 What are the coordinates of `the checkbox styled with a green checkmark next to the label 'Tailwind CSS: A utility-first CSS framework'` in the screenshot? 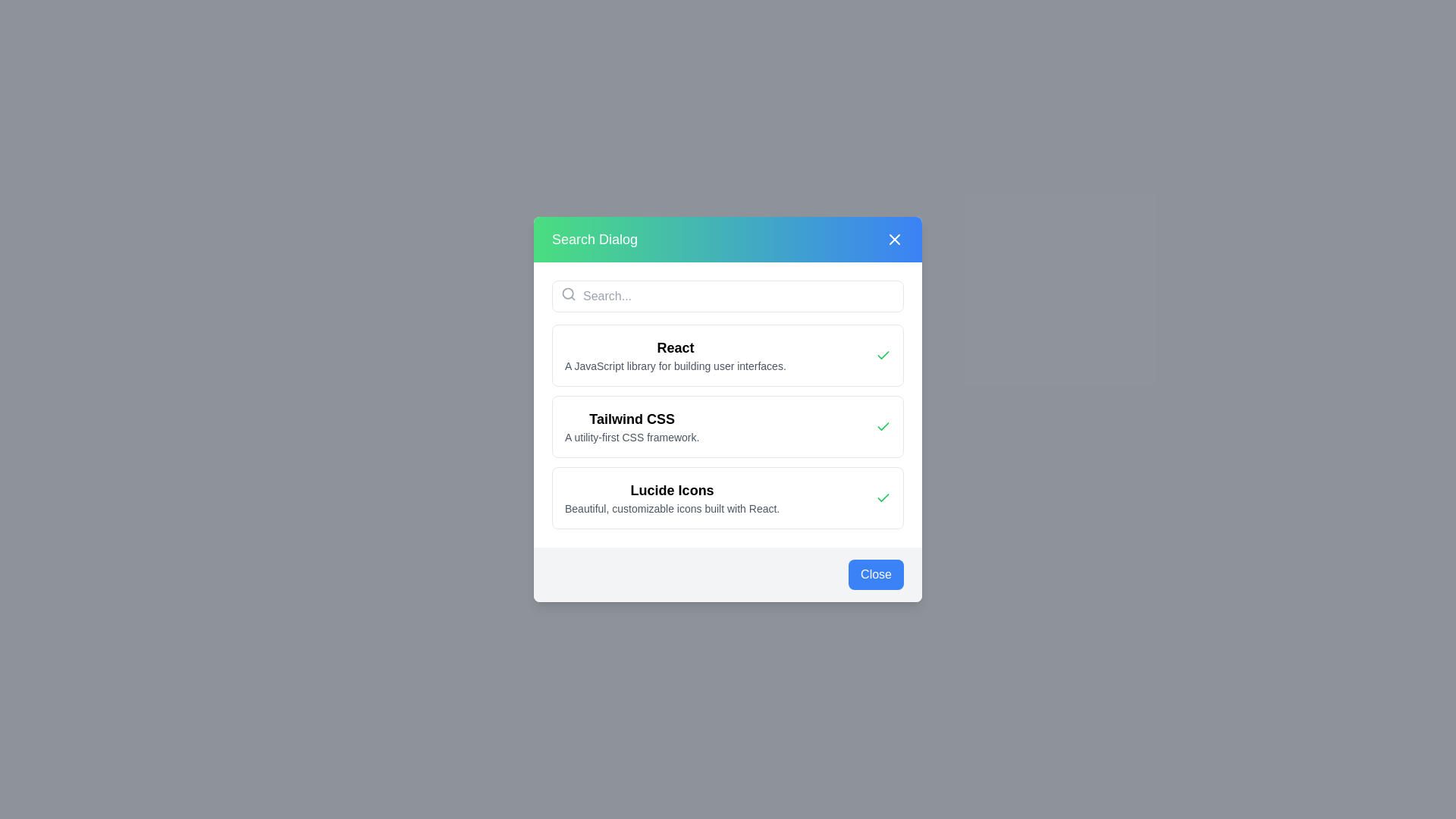 It's located at (883, 427).